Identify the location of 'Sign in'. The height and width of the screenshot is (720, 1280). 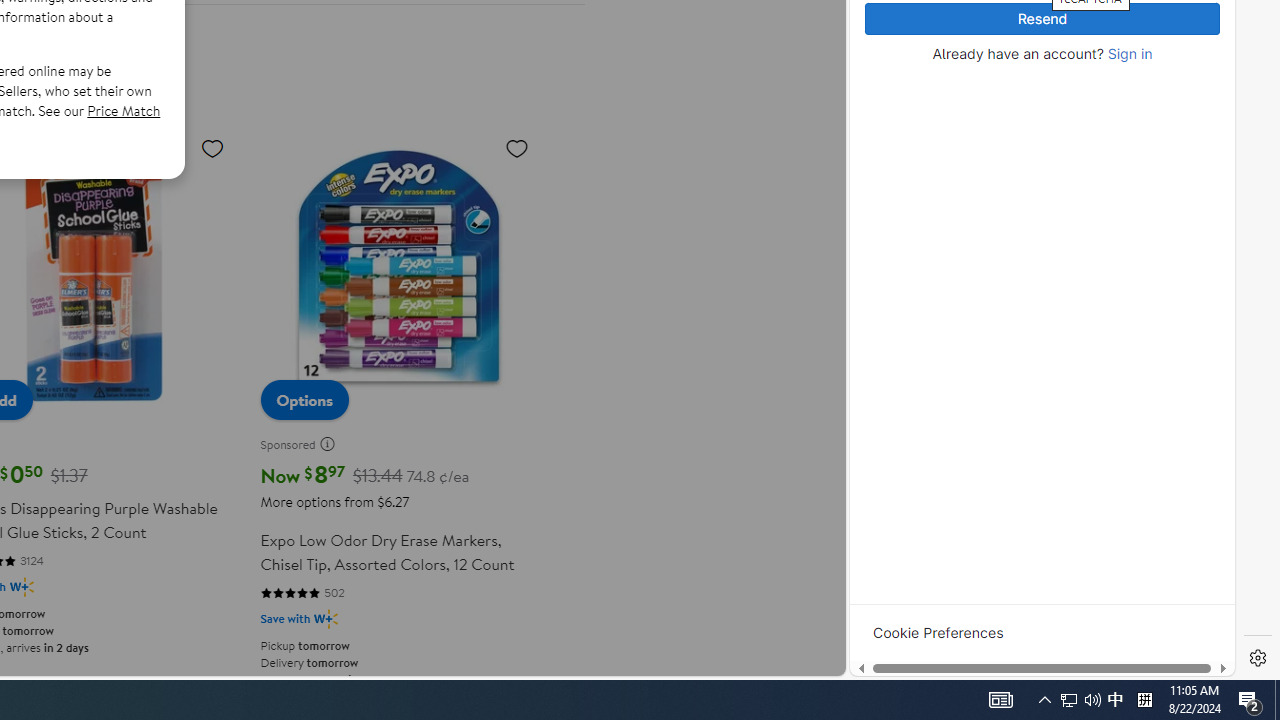
(1130, 53).